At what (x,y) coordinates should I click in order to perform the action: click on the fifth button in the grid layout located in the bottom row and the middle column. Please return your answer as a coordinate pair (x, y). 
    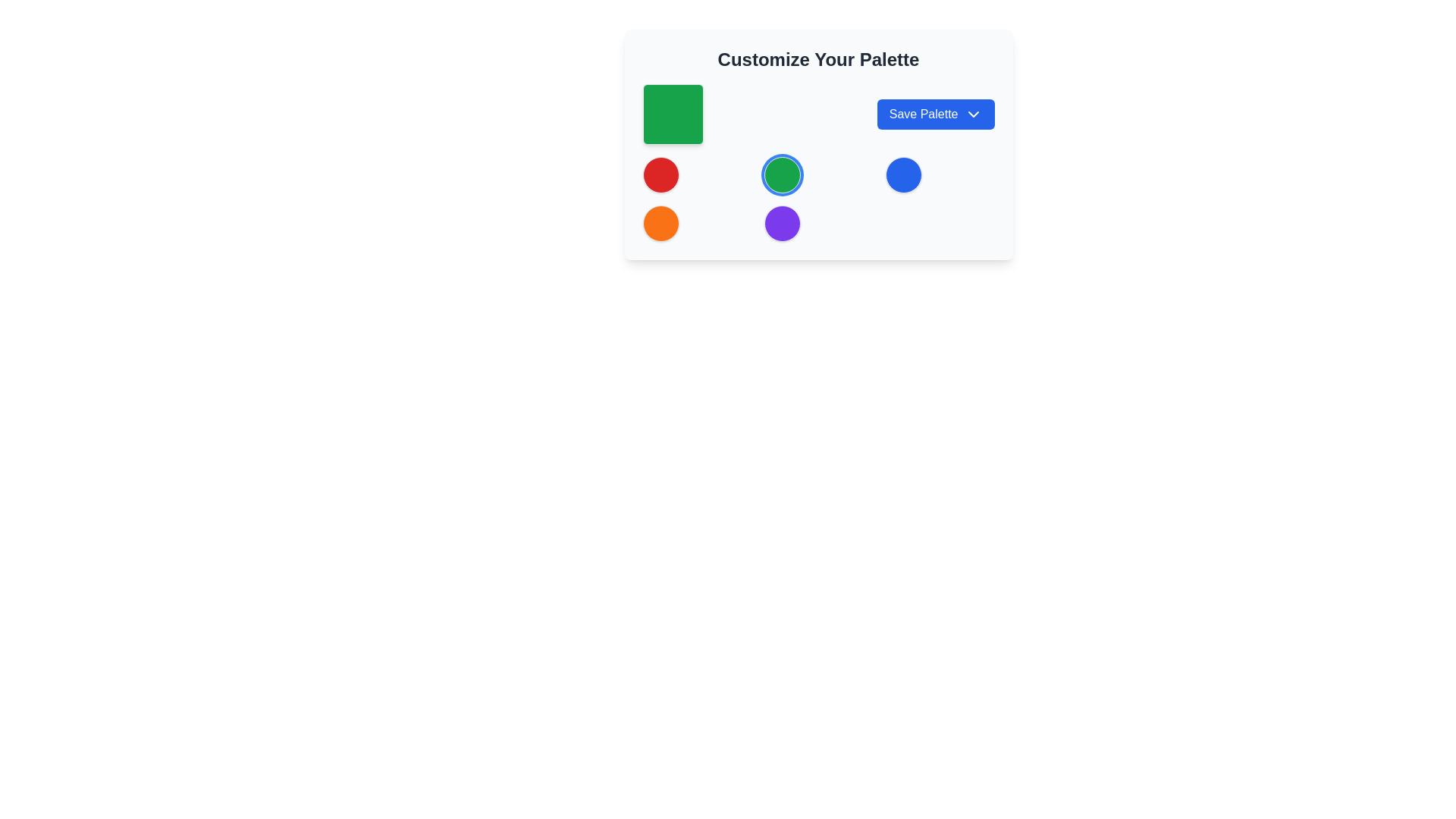
    Looking at the image, I should click on (782, 223).